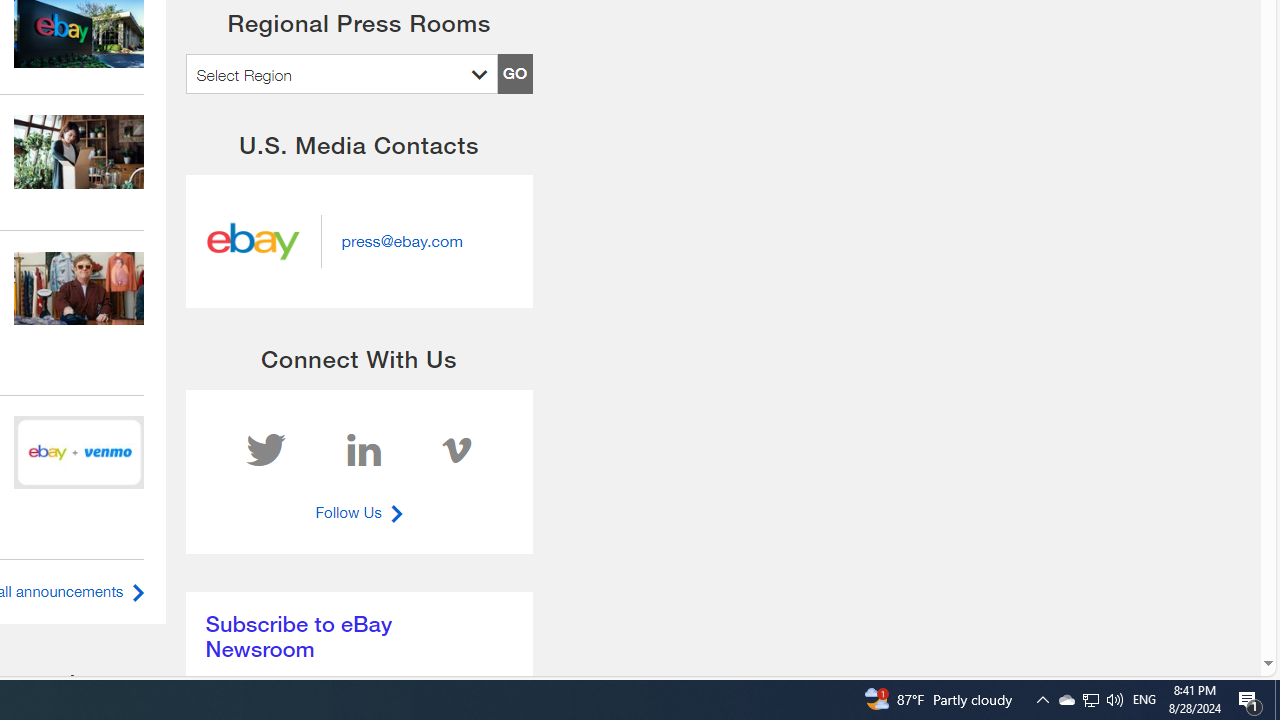 The width and height of the screenshot is (1280, 720). Describe the element at coordinates (400, 240) in the screenshot. I see `'Send email to press@ebay.com'` at that location.